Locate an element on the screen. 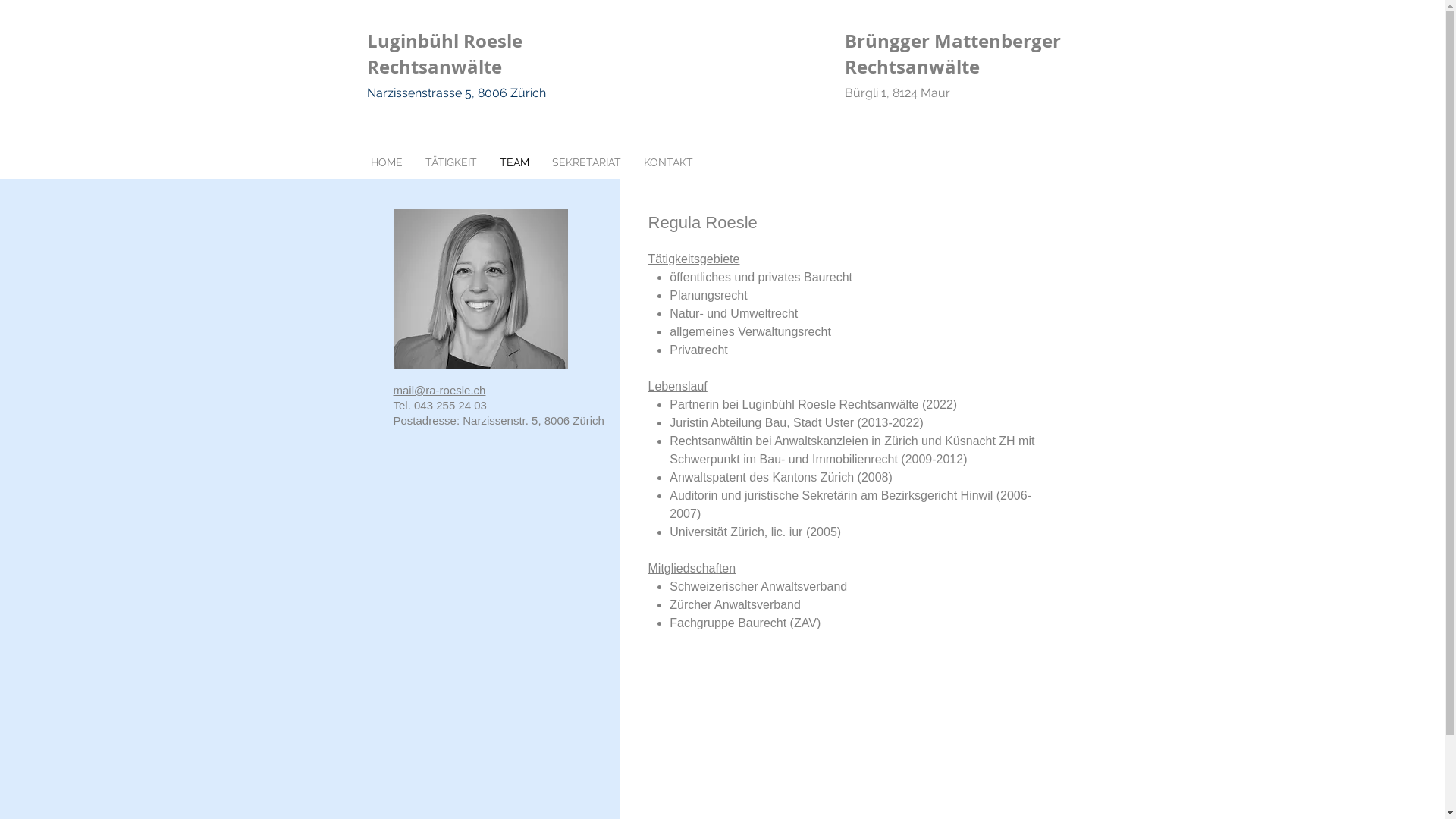  'Postadresse:' is located at coordinates (393, 420).